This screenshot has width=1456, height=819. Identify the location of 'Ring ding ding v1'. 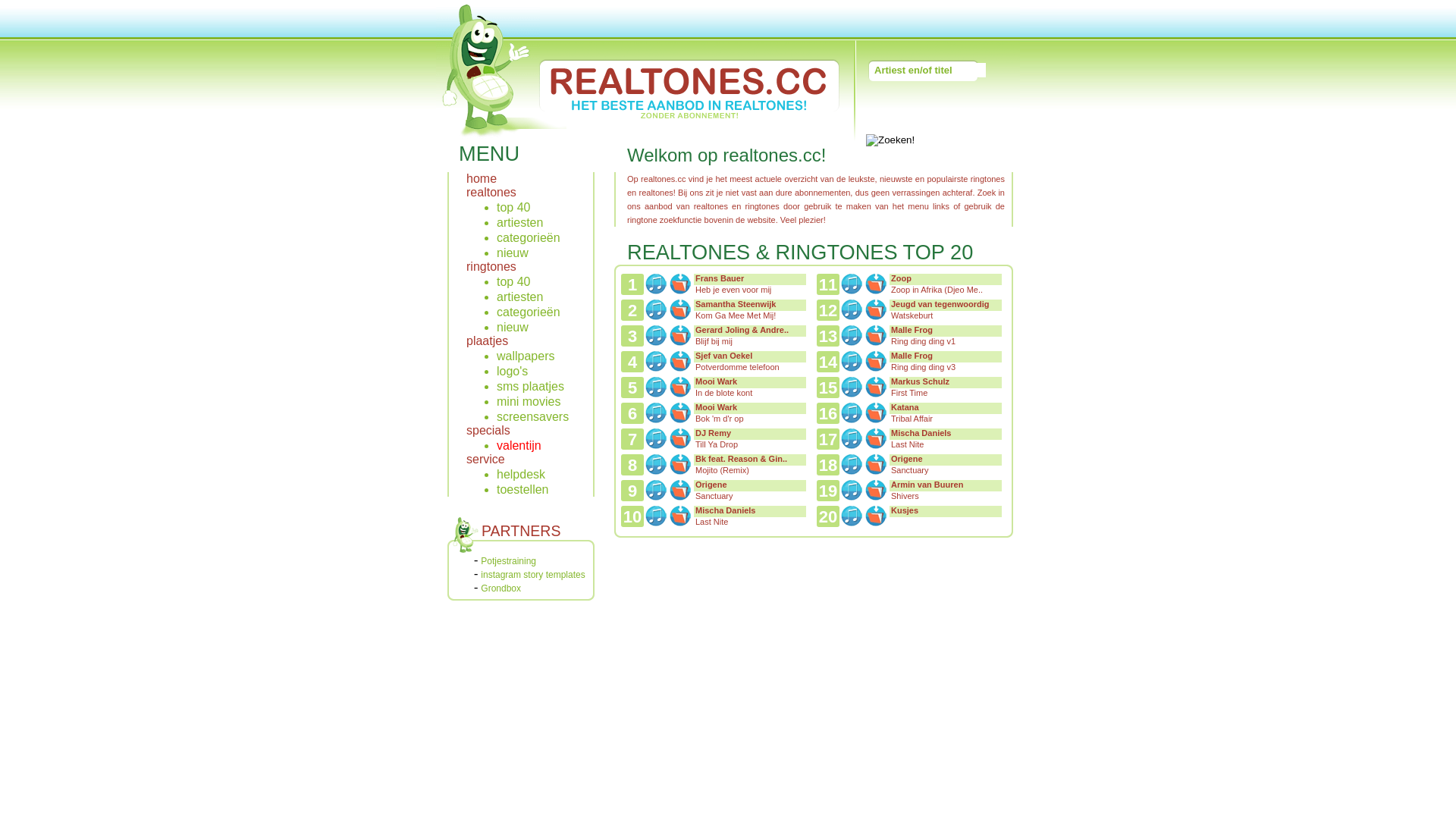
(922, 341).